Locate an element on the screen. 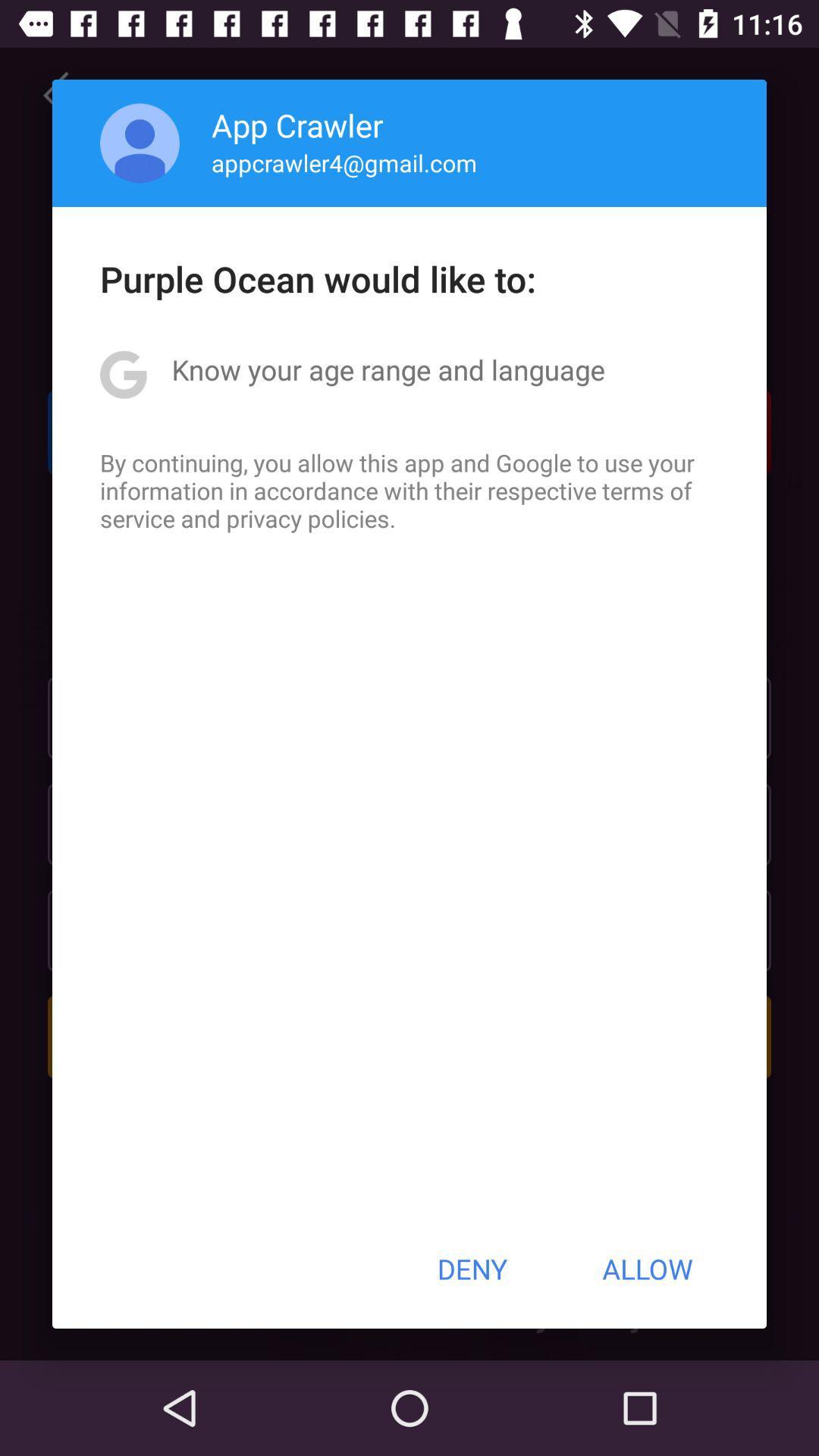 The height and width of the screenshot is (1456, 819). the app below the purple ocean would is located at coordinates (388, 369).